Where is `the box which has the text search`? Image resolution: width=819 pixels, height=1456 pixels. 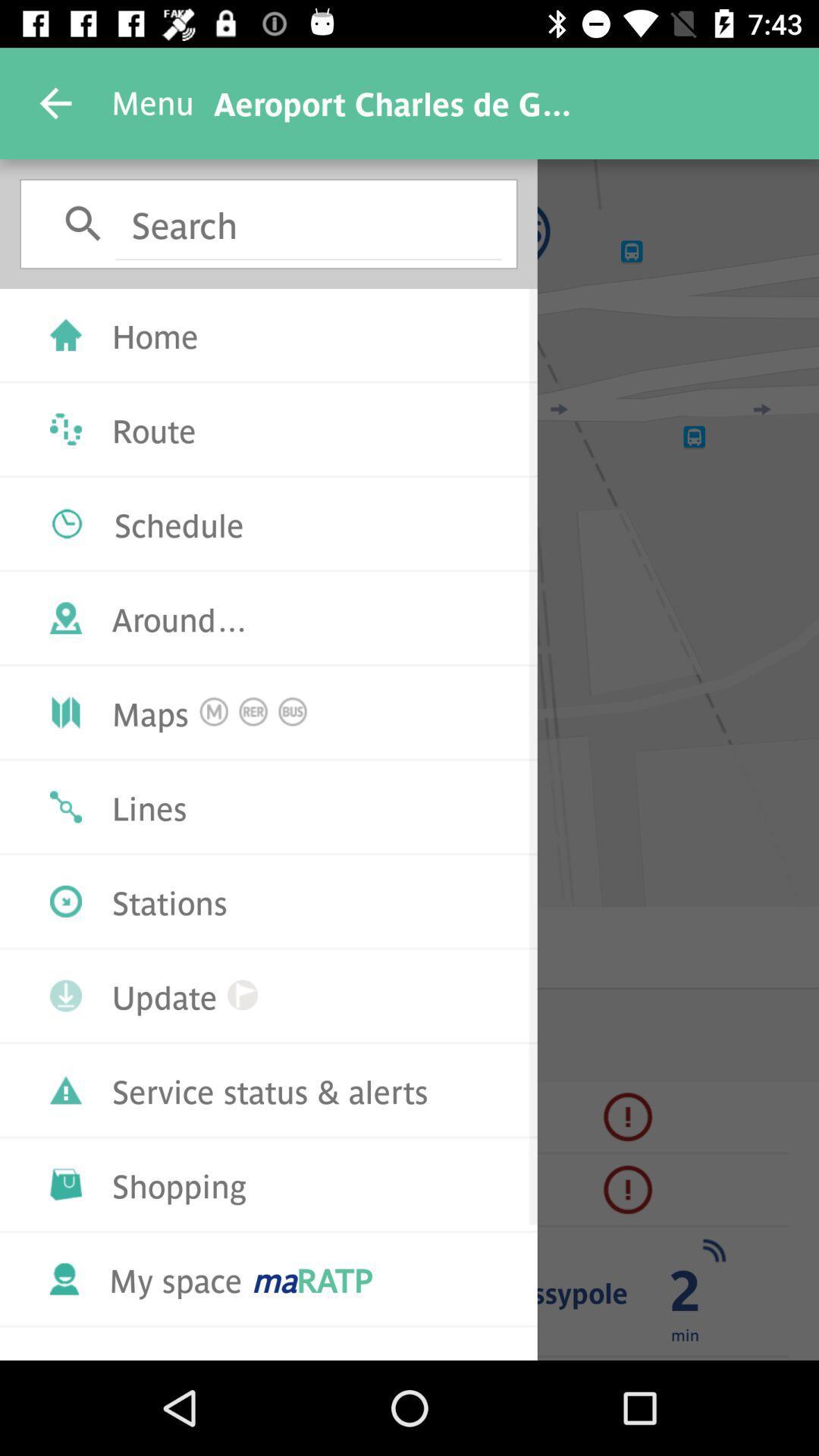
the box which has the text search is located at coordinates (308, 221).